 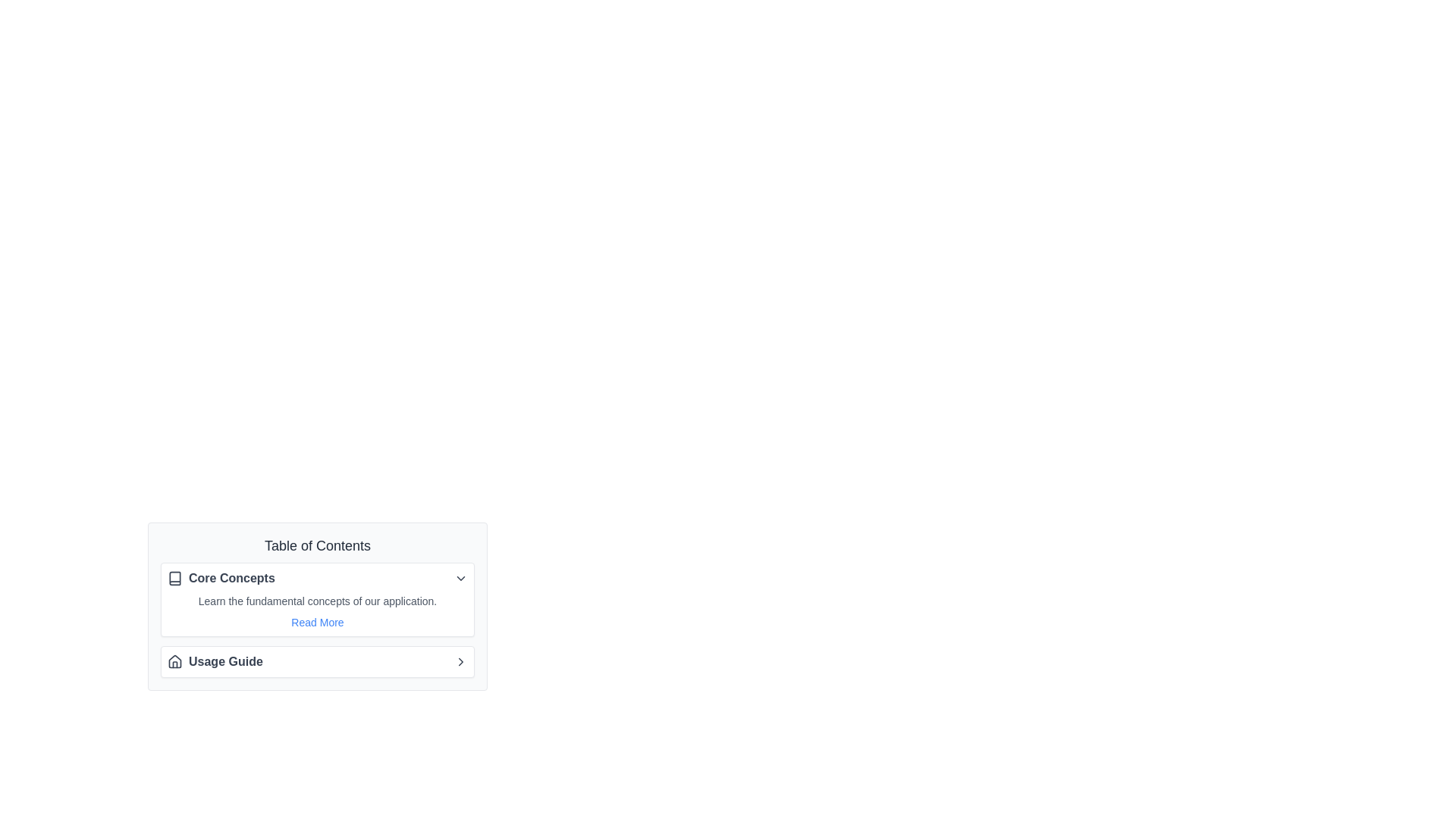 What do you see at coordinates (231, 579) in the screenshot?
I see `the 'Core Concepts' text label located in the 'Table of Contents' panel, which serves as the title for the section providing information on fundamental aspects of the application` at bounding box center [231, 579].